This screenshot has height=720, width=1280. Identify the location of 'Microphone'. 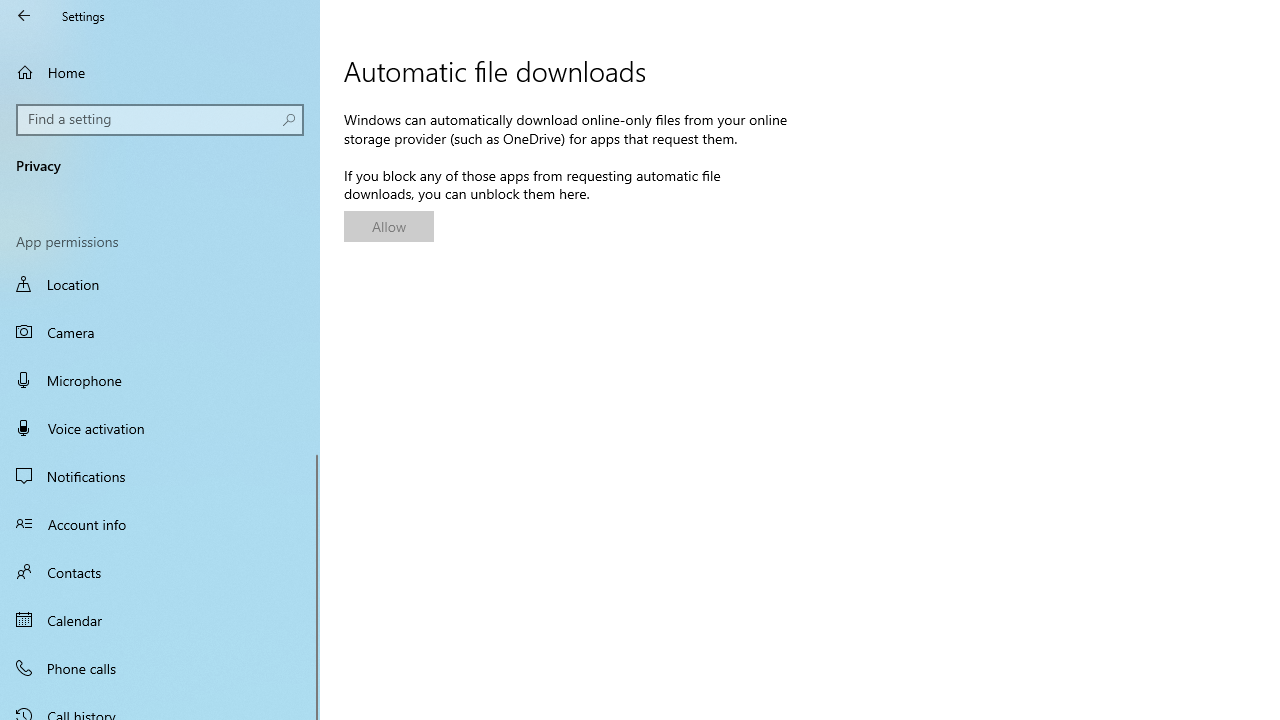
(160, 379).